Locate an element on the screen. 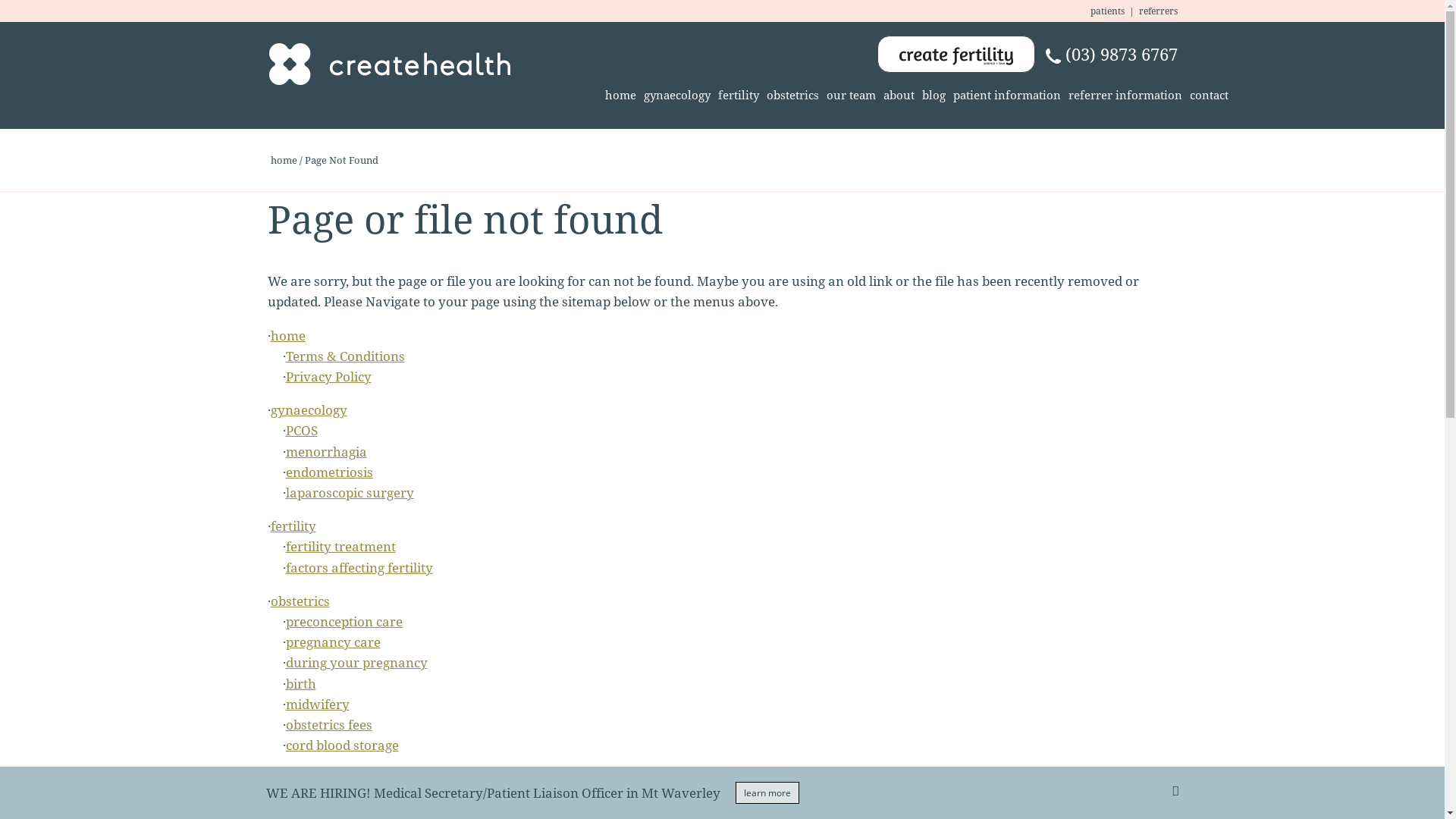 Image resolution: width=1456 pixels, height=819 pixels. 'fertility' is located at coordinates (739, 96).